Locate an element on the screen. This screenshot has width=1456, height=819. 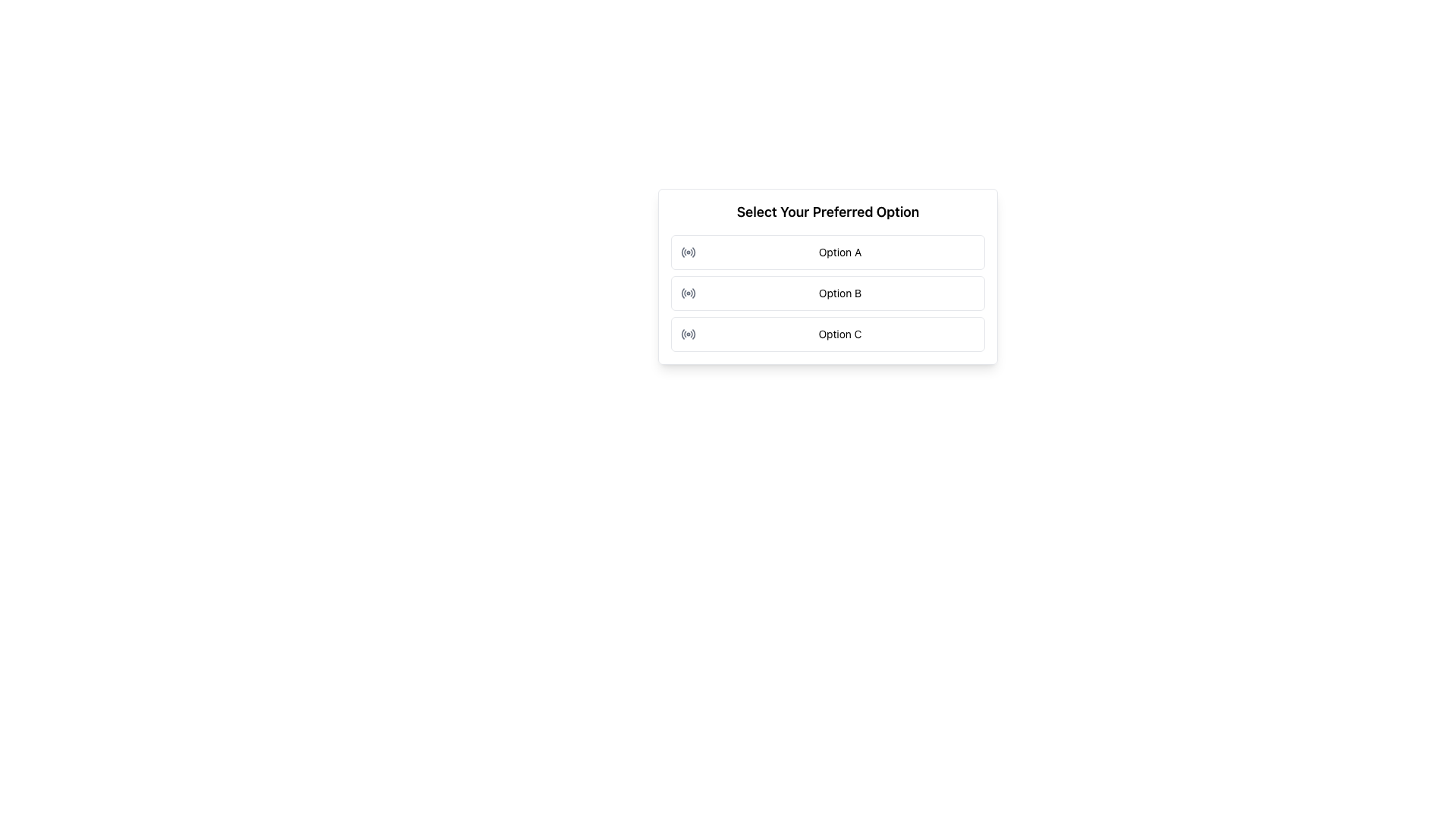
the 'Option B' text label is located at coordinates (839, 293).